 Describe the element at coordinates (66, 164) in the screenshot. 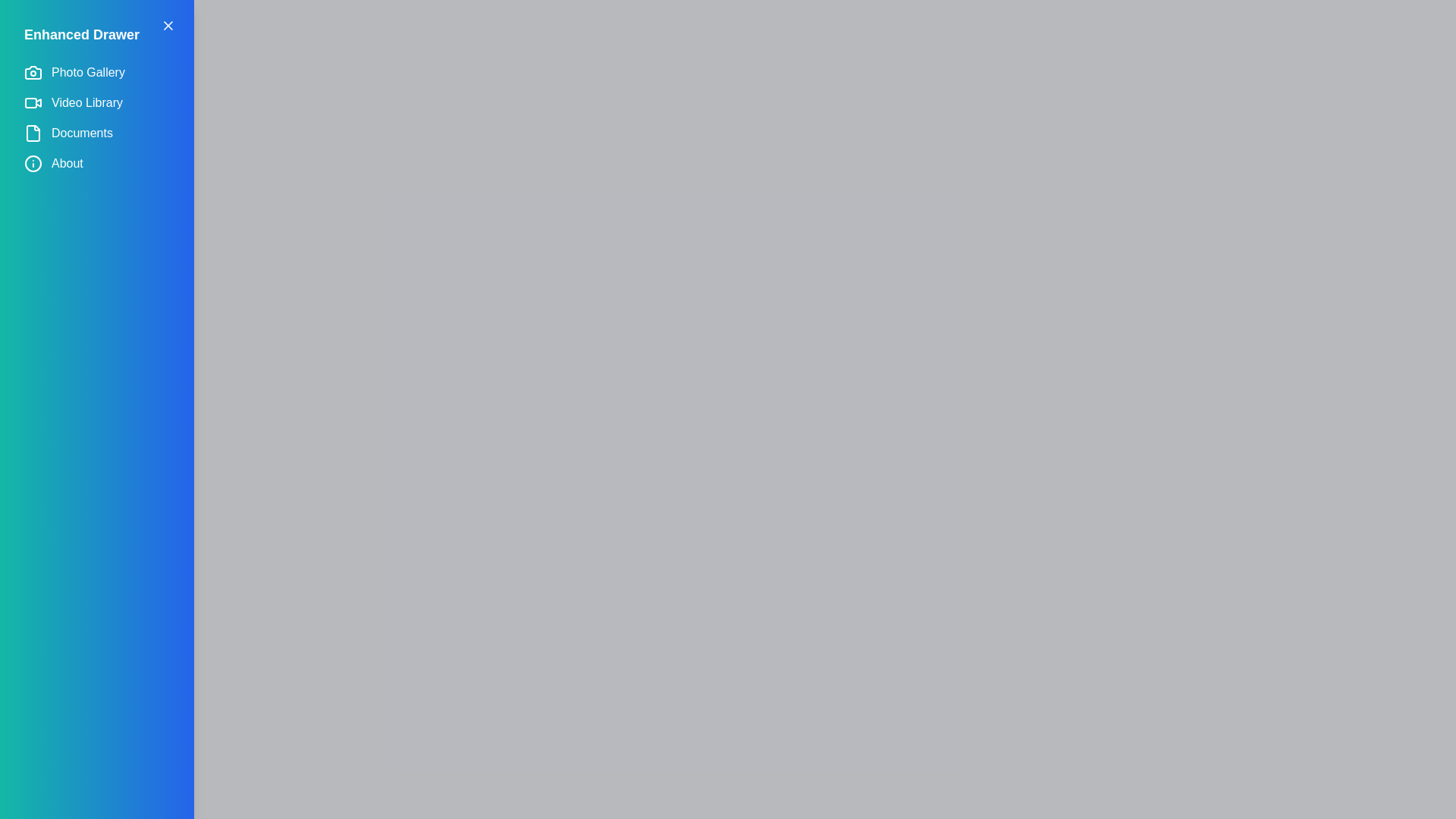

I see `the 'About' static text label, which is the fourth item in the vertical list of menu options in the sidebar, located below 'Documents'` at that location.